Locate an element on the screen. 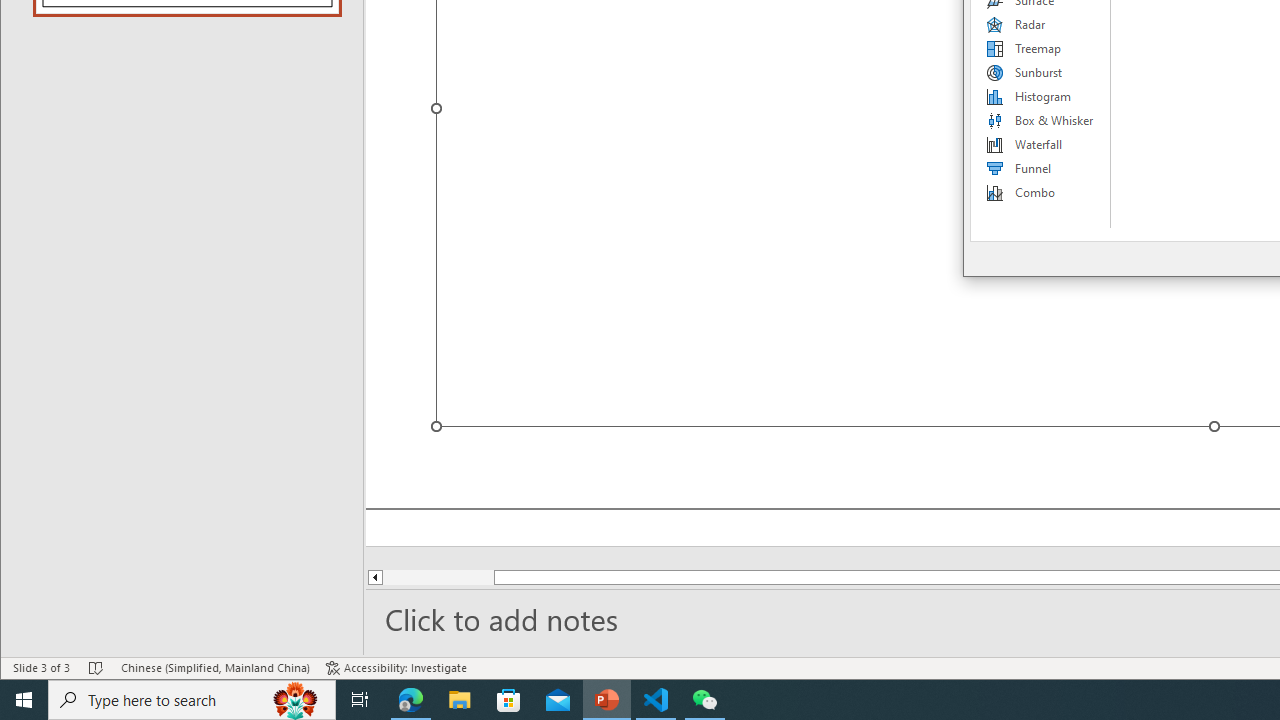 The image size is (1280, 720). 'Radar' is located at coordinates (1040, 24).